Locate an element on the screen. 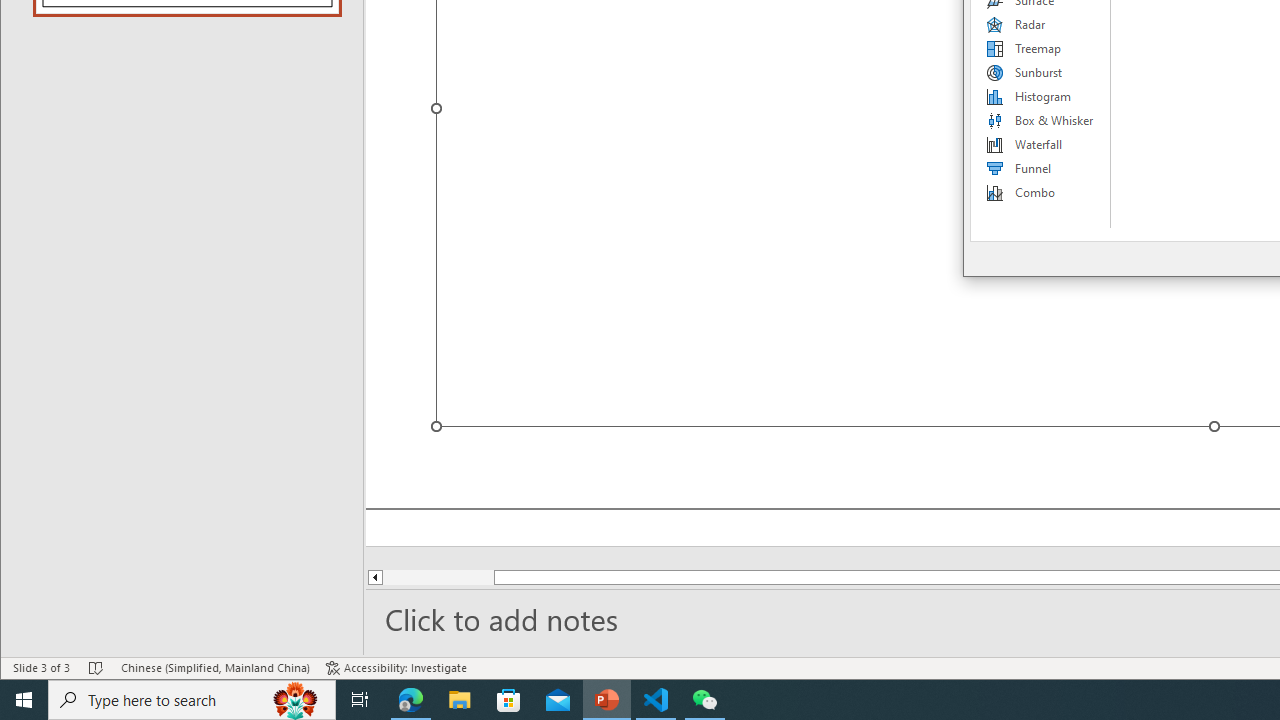 The image size is (1280, 720). 'Radar' is located at coordinates (1040, 24).